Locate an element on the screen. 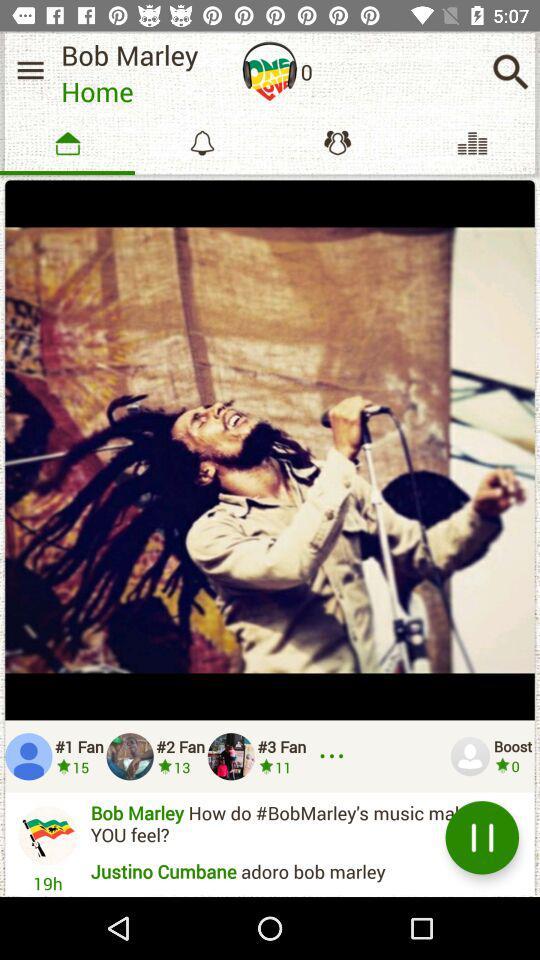 The image size is (540, 960). side menu is located at coordinates (29, 70).